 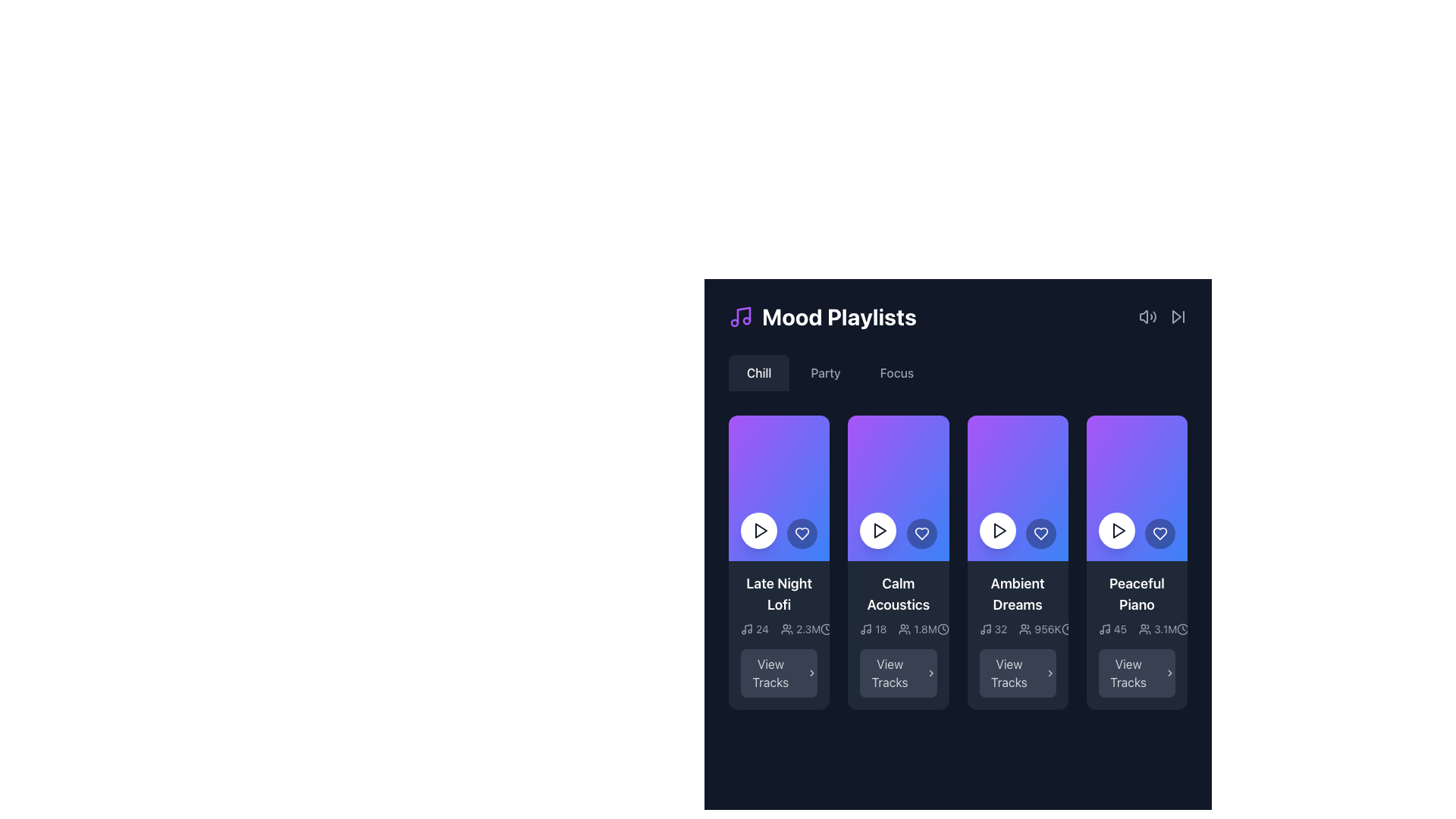 What do you see at coordinates (1104, 629) in the screenshot?
I see `the SVG music icon located on the rightmost card in the grid under the 'Mood Playlists' title, part of the 'Peaceful Piano' card, which shows a count of '45'` at bounding box center [1104, 629].